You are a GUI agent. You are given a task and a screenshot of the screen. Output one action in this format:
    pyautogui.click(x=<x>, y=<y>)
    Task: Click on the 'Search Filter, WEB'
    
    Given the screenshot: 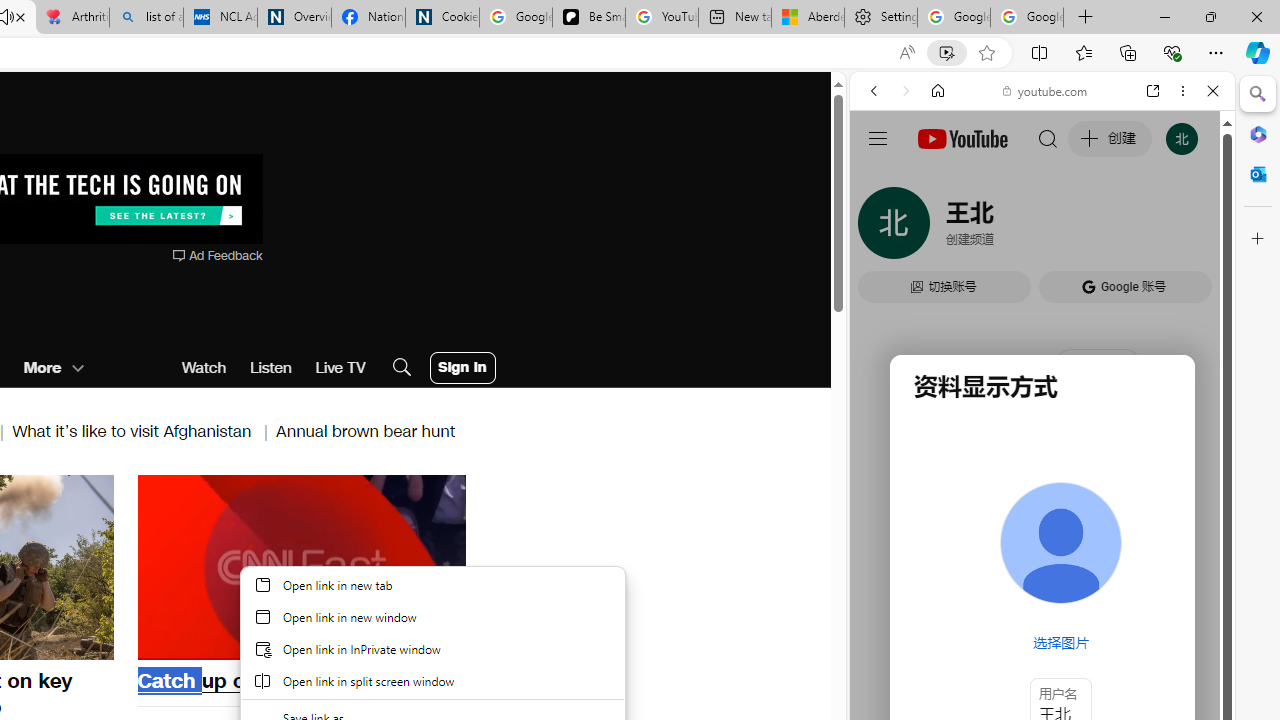 What is the action you would take?
    pyautogui.click(x=881, y=227)
    